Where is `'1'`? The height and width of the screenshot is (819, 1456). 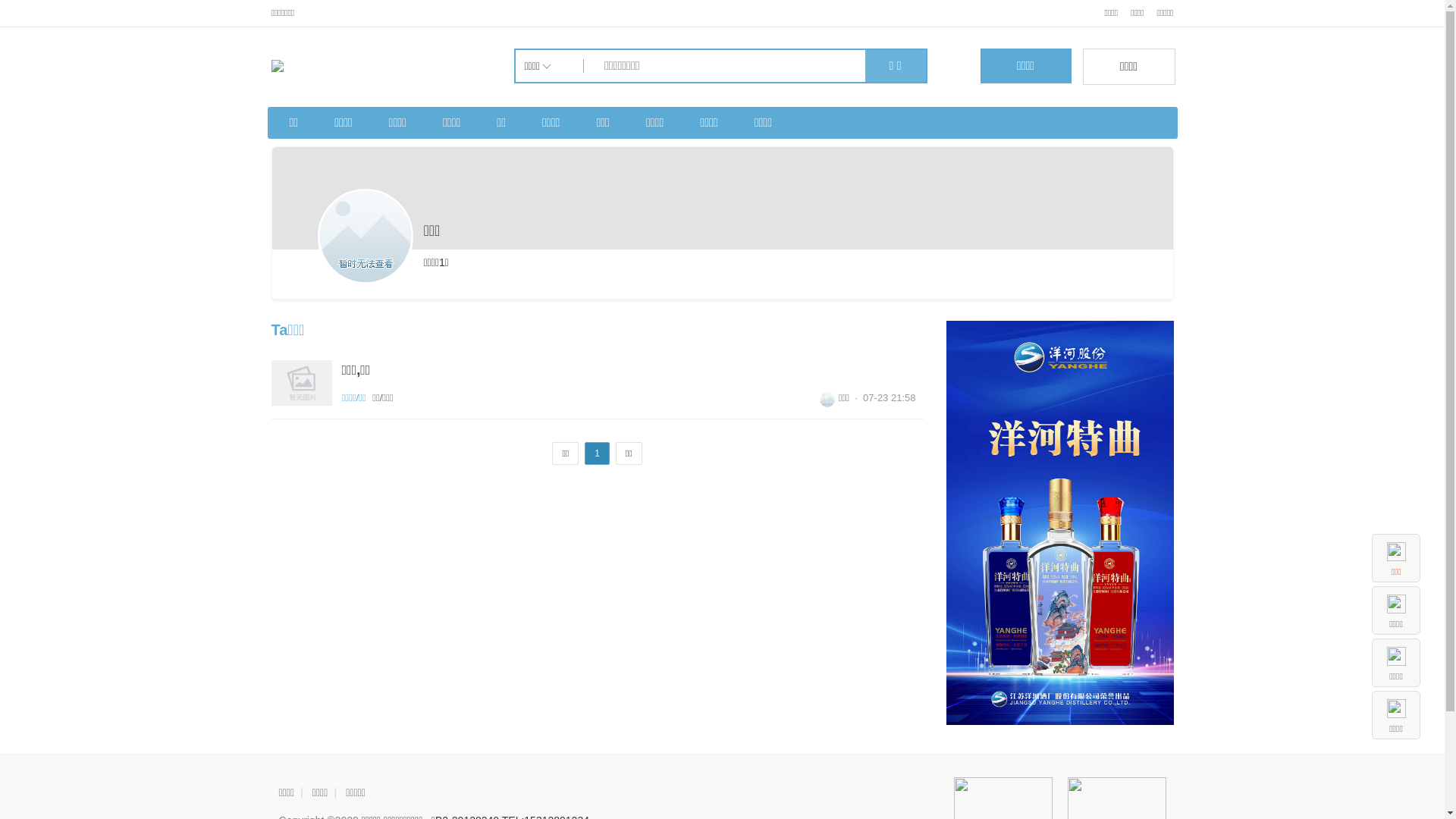 '1' is located at coordinates (596, 452).